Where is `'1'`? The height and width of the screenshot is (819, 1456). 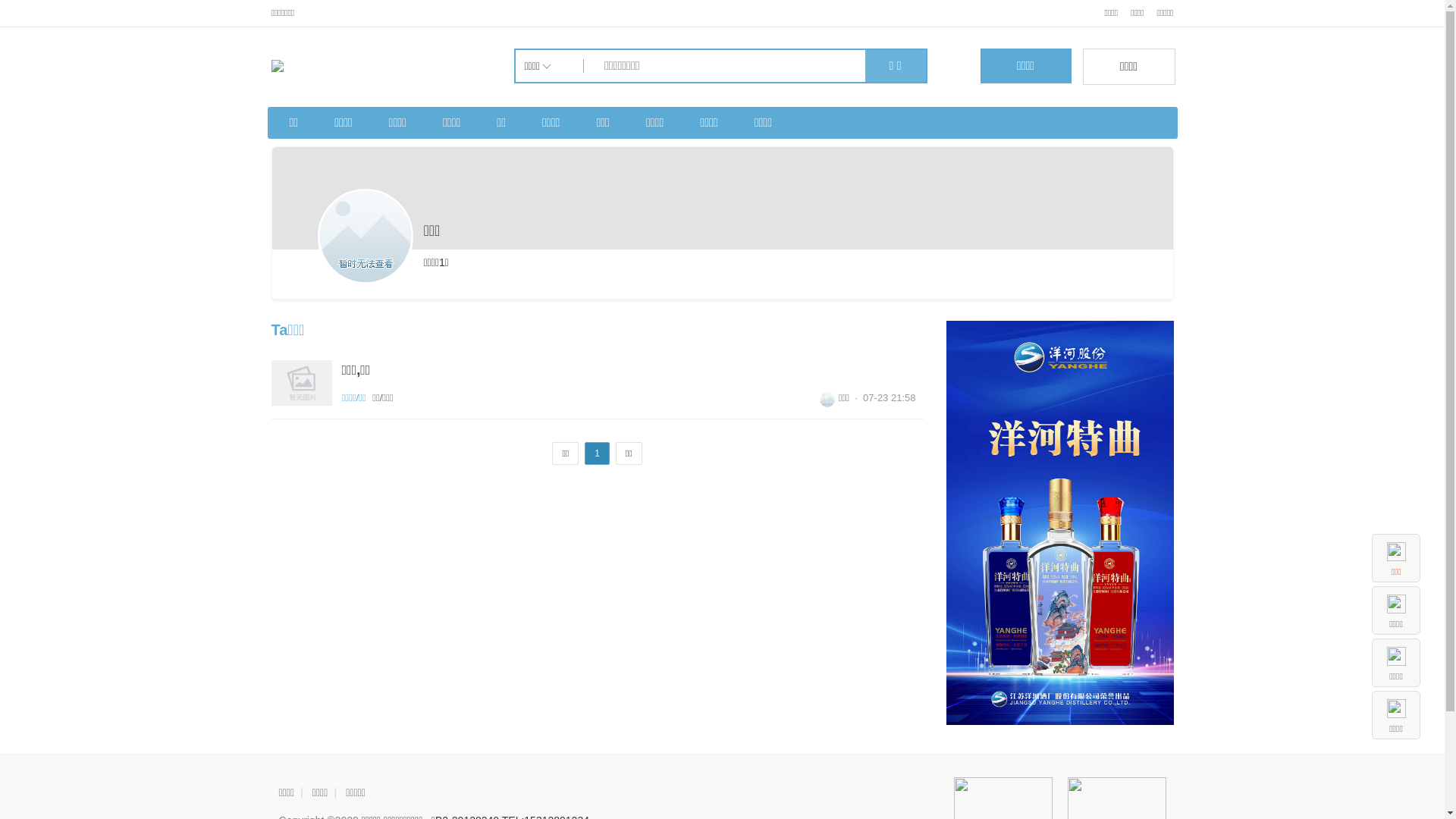 '1' is located at coordinates (596, 452).